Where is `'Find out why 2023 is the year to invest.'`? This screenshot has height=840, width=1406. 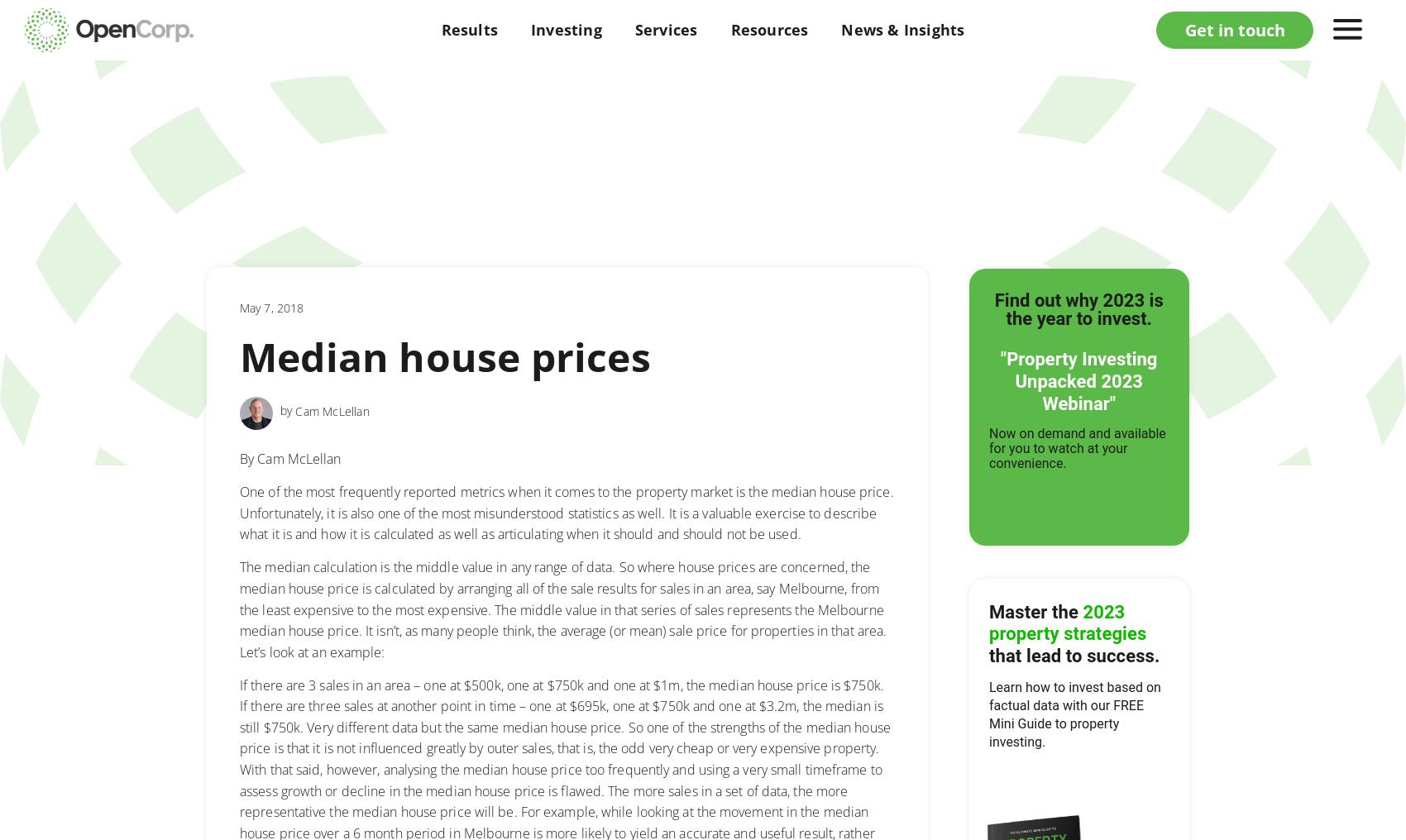 'Find out why 2023 is the year to invest.' is located at coordinates (1078, 309).